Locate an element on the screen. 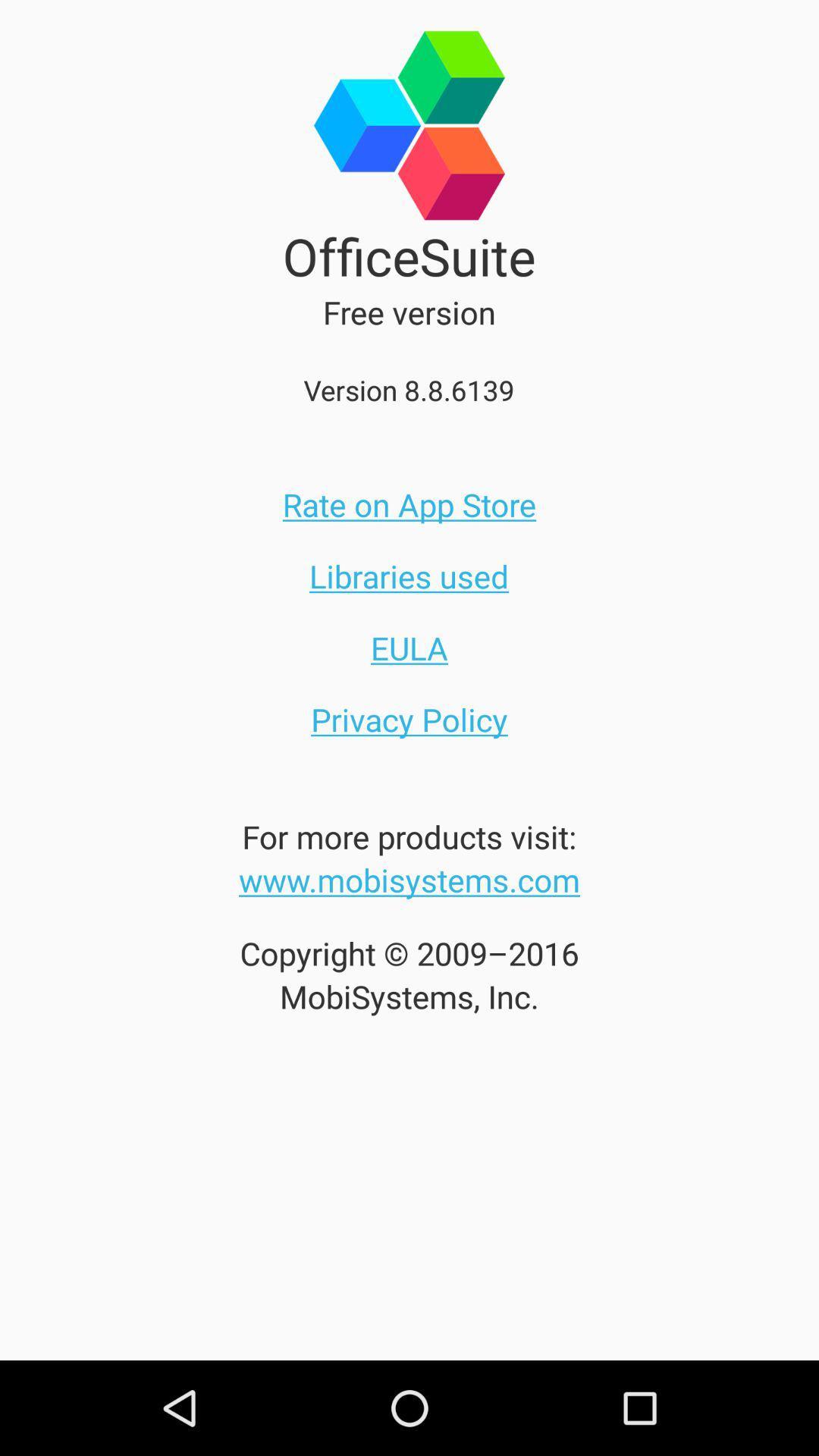 This screenshot has width=819, height=1456. the icon above officesuite icon is located at coordinates (409, 109).